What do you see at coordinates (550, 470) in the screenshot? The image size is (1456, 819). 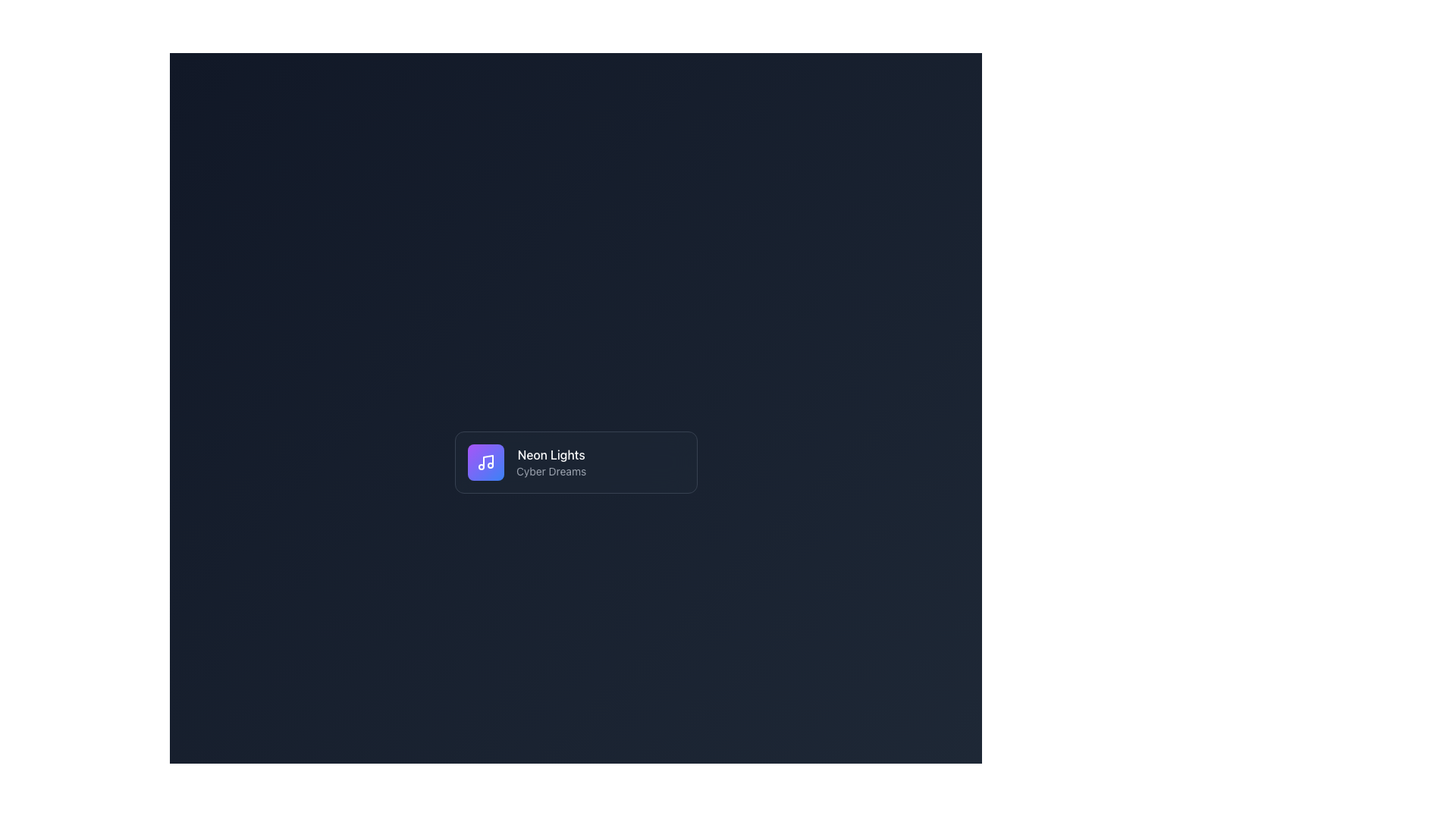 I see `descriptive text label located centrally underneath the primary 'Neon Lights' text in the bottom-right portion of the interface` at bounding box center [550, 470].